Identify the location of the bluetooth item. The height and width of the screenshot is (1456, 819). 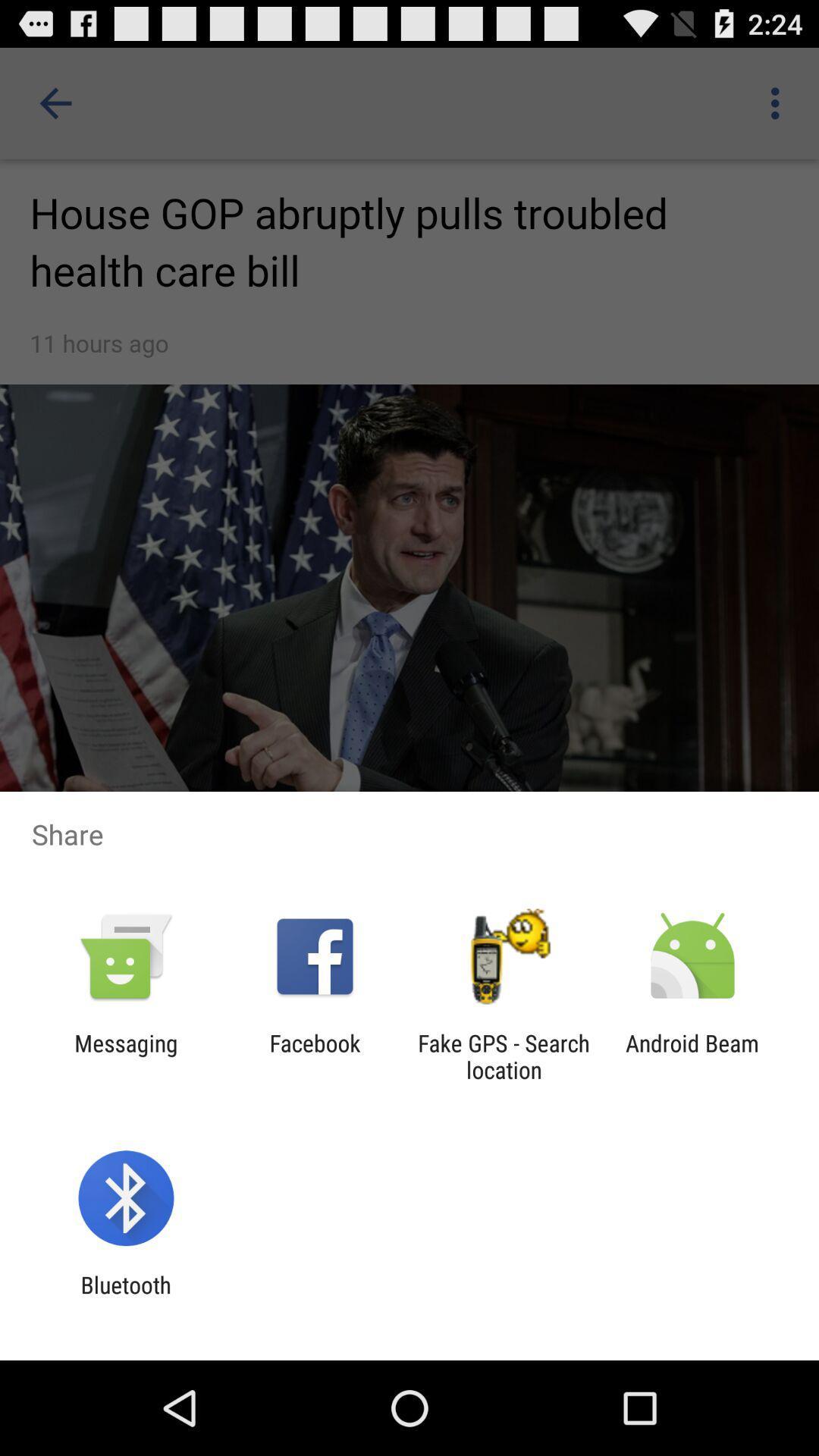
(125, 1298).